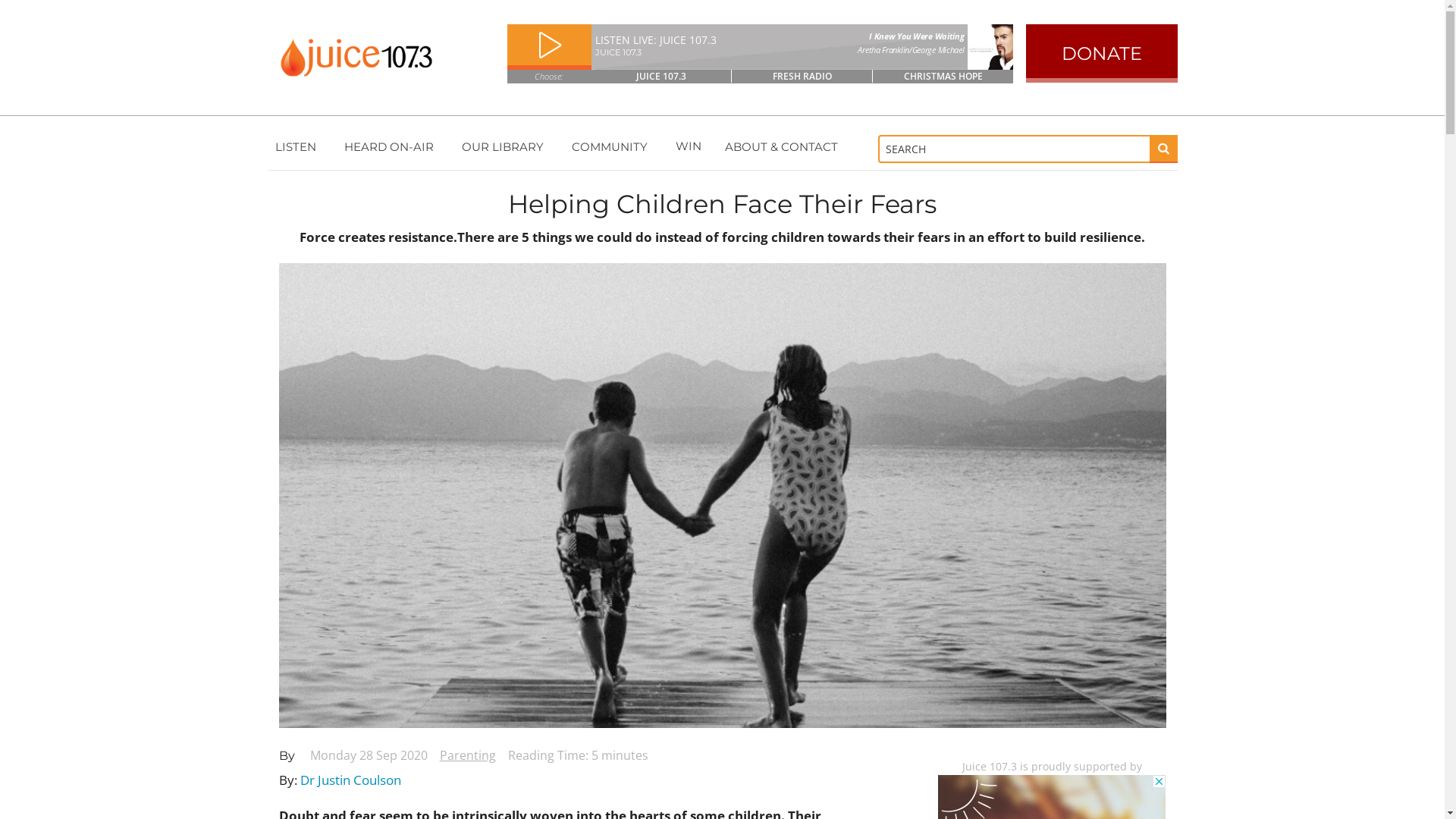 This screenshot has width=1456, height=819. Describe the element at coordinates (505, 146) in the screenshot. I see `'OUR LIBRARY'` at that location.